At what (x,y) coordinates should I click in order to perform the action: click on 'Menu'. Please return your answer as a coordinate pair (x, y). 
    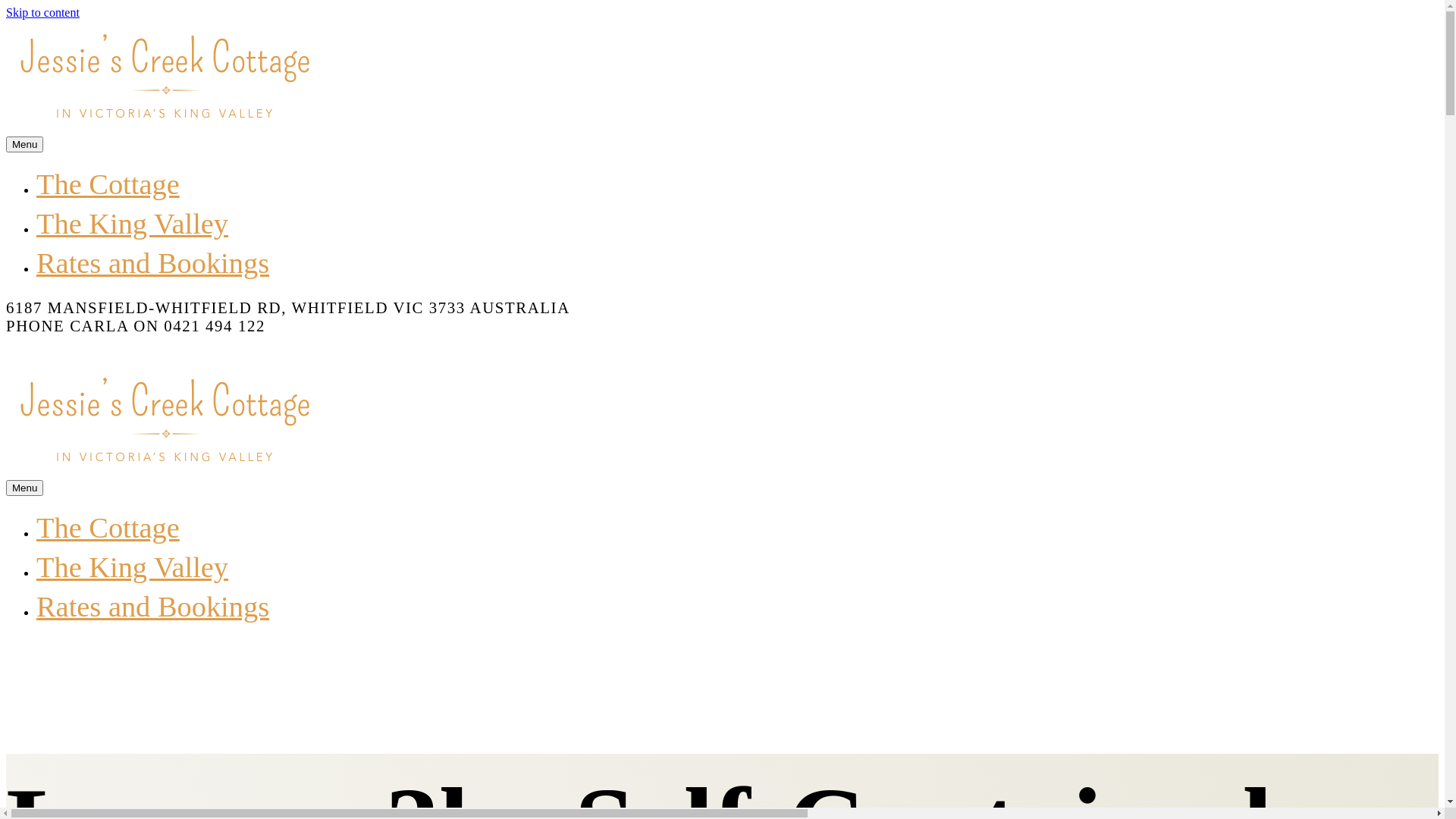
    Looking at the image, I should click on (24, 144).